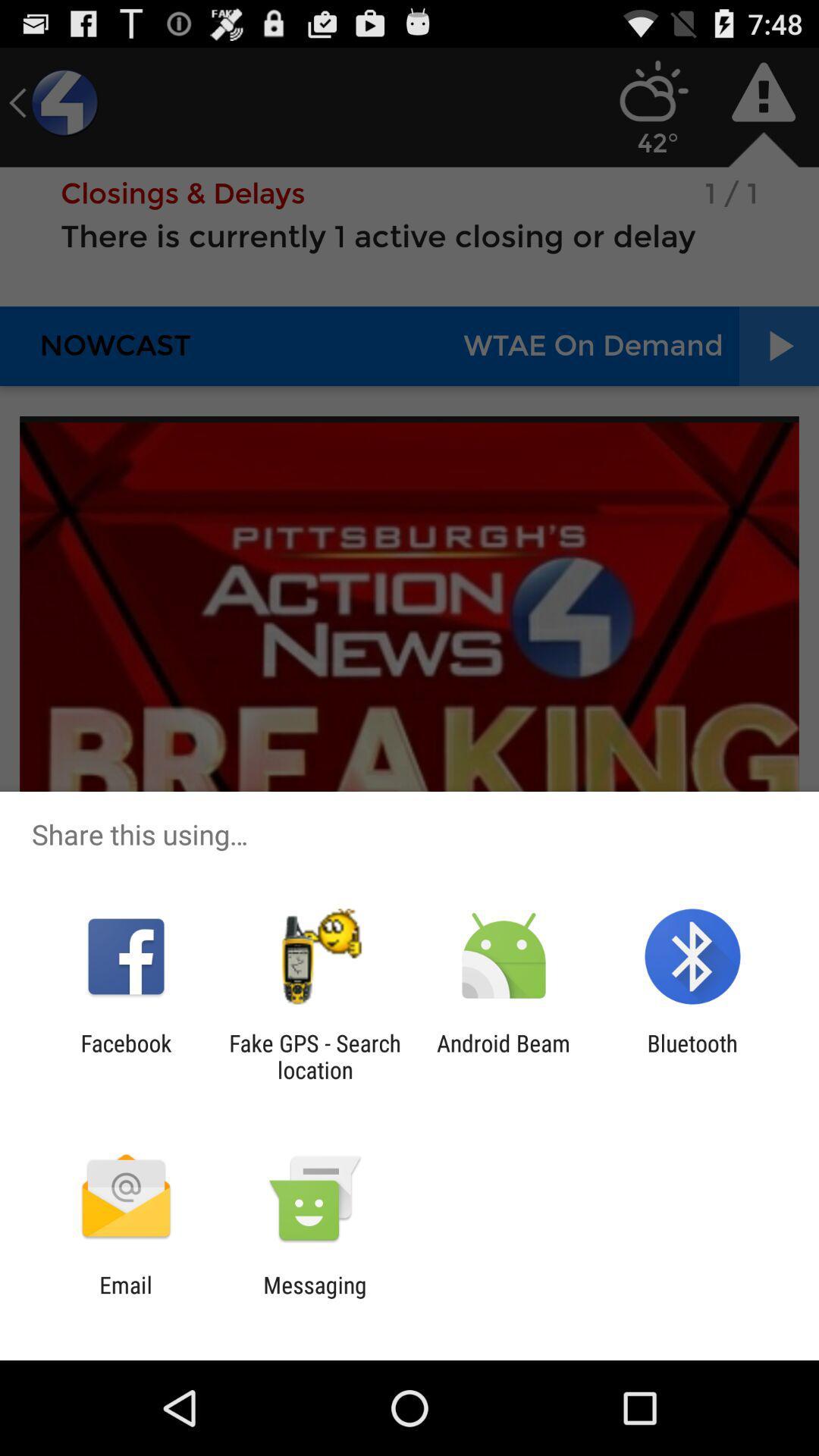  Describe the element at coordinates (504, 1056) in the screenshot. I see `item next to the fake gps search` at that location.